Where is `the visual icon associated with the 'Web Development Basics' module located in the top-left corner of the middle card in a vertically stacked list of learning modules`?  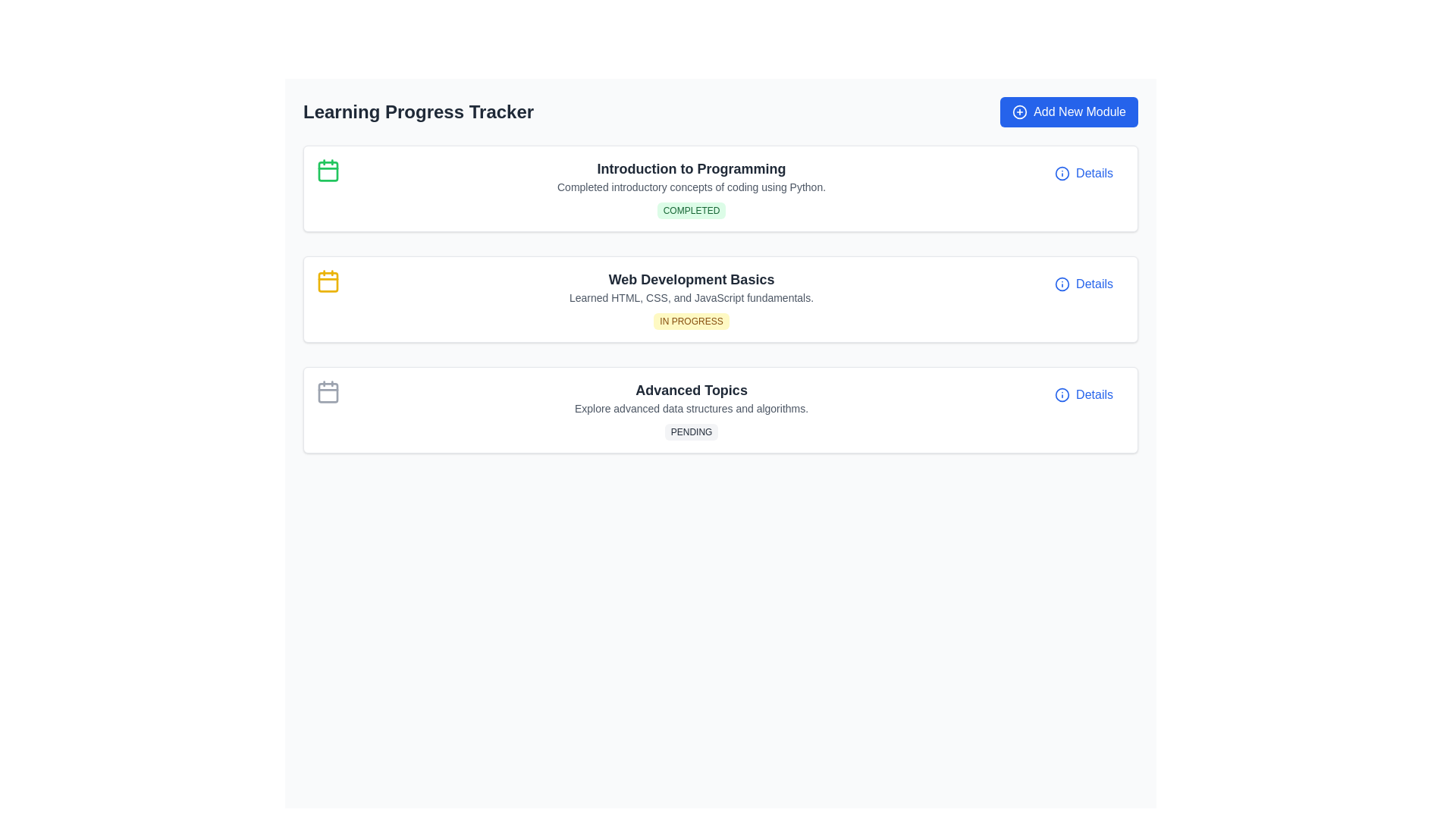 the visual icon associated with the 'Web Development Basics' module located in the top-left corner of the middle card in a vertically stacked list of learning modules is located at coordinates (327, 281).